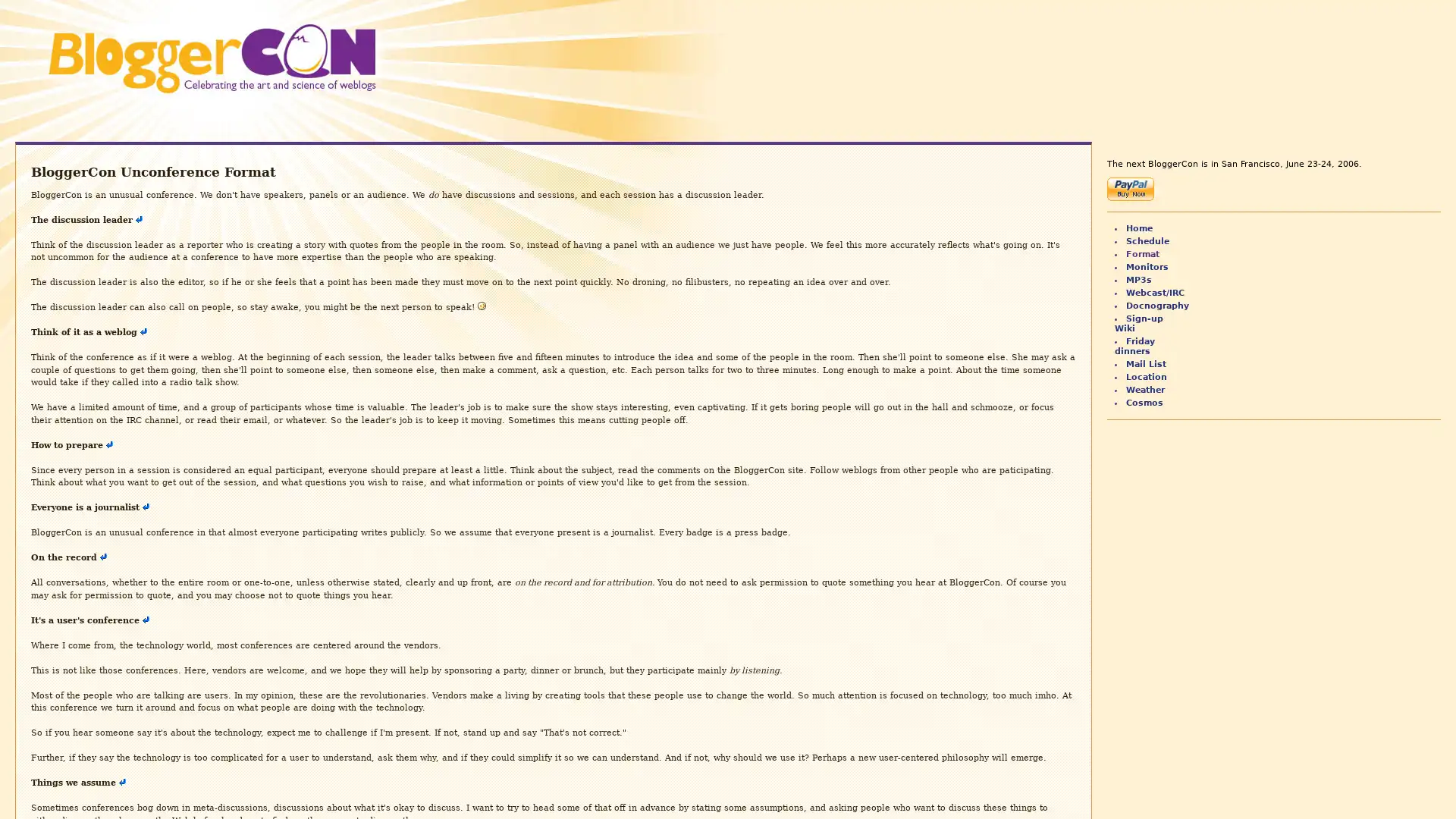  Describe the element at coordinates (1131, 188) in the screenshot. I see `Make payments with PayPal - it's fast, free and secure!` at that location.